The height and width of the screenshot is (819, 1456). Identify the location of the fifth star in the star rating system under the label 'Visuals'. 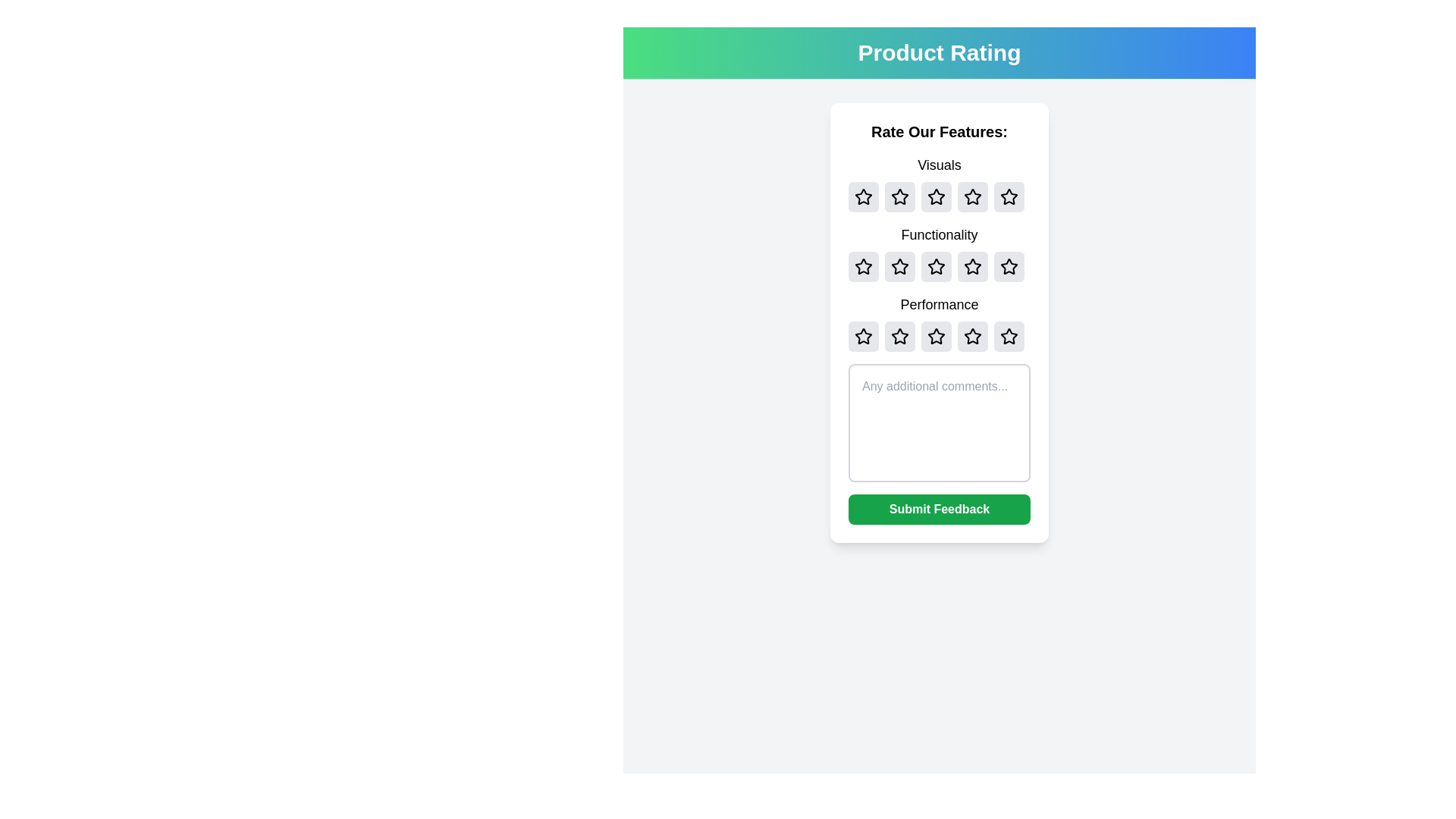
(1009, 196).